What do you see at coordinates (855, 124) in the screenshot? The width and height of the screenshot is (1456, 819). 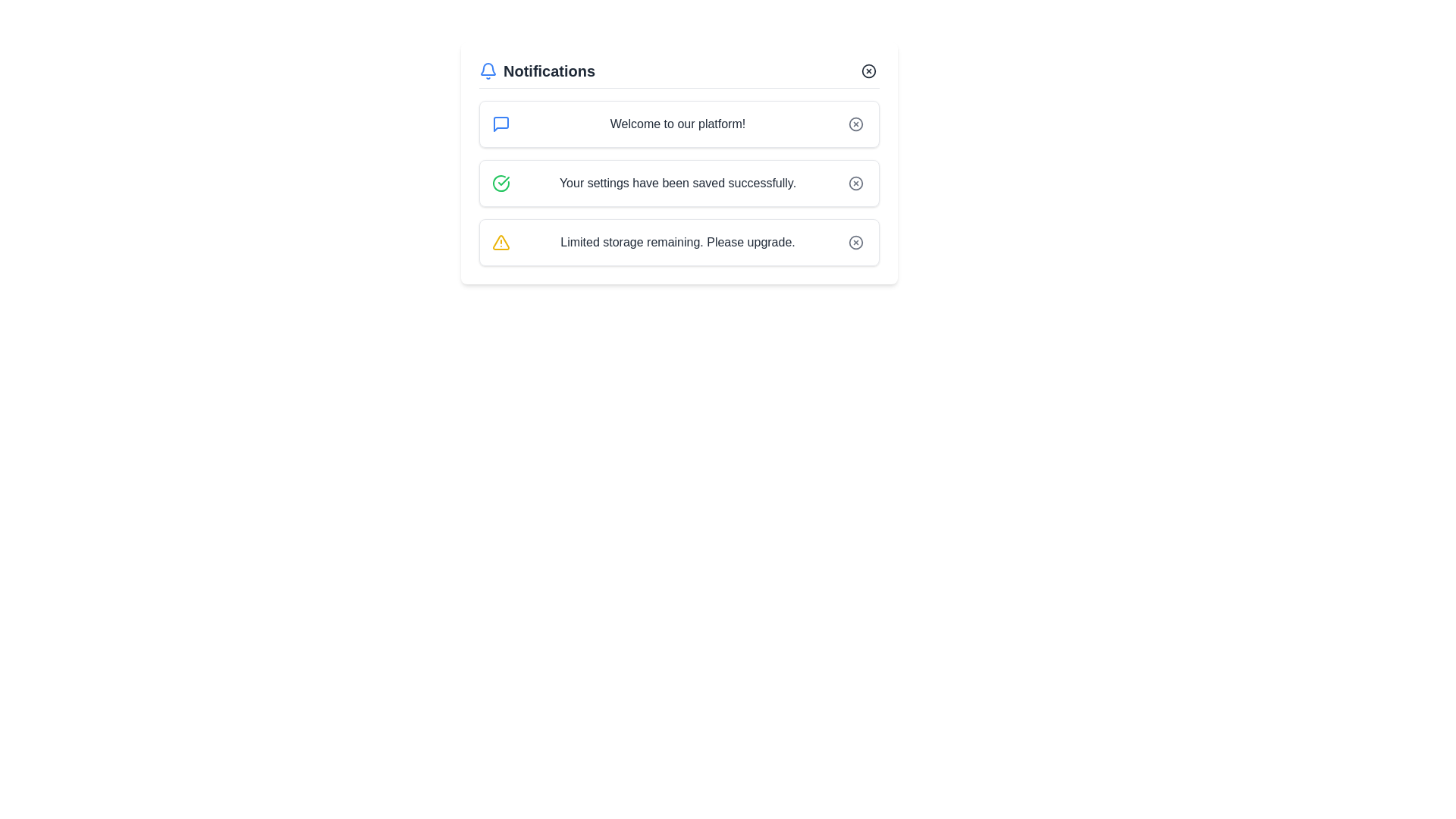 I see `the small circular button with an 'X' icon, located to the right of the notification message 'Welcome to our platform!'` at bounding box center [855, 124].